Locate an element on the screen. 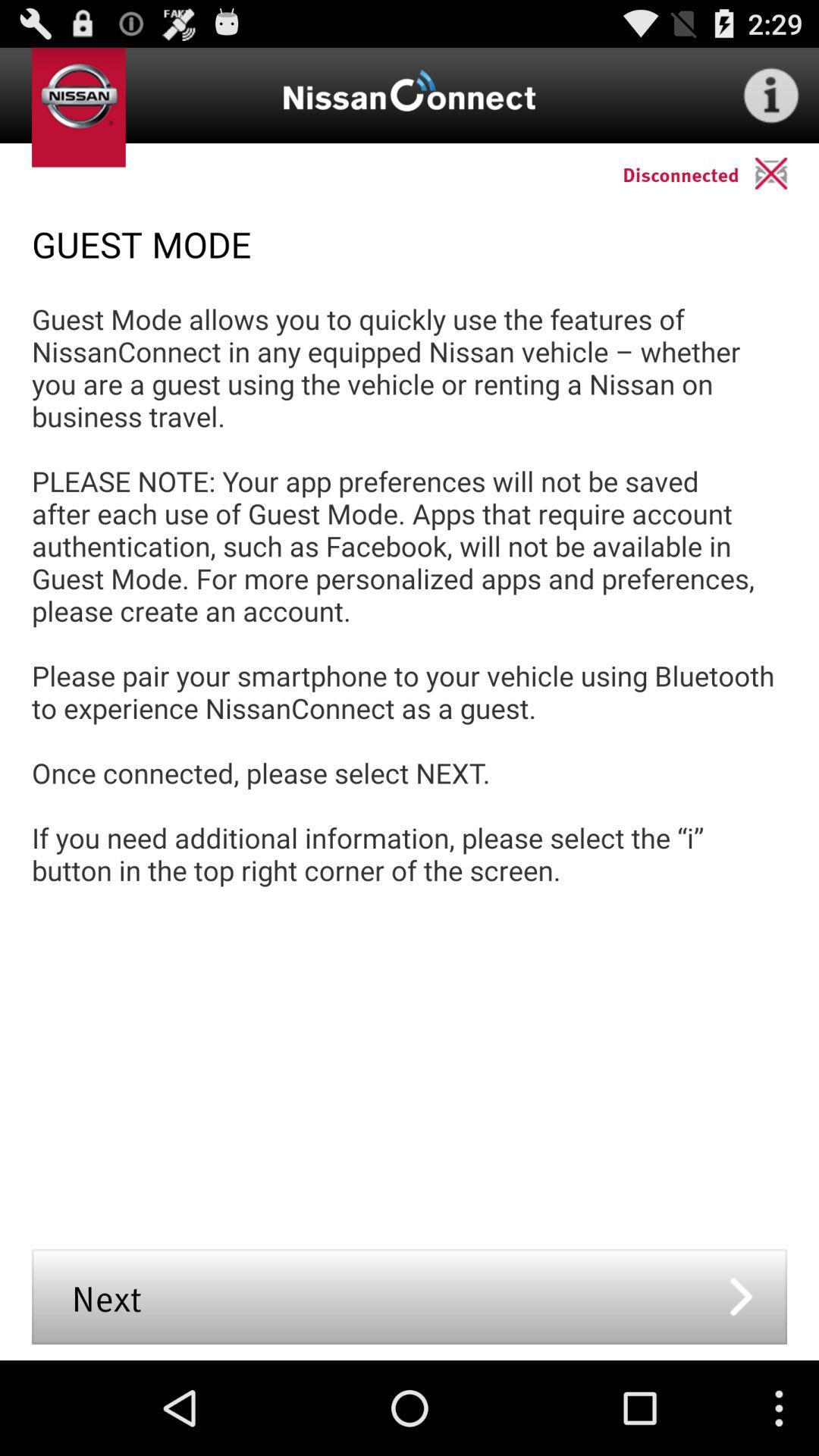 Image resolution: width=819 pixels, height=1456 pixels. the icon below the guest mode allows app is located at coordinates (409, 1295).